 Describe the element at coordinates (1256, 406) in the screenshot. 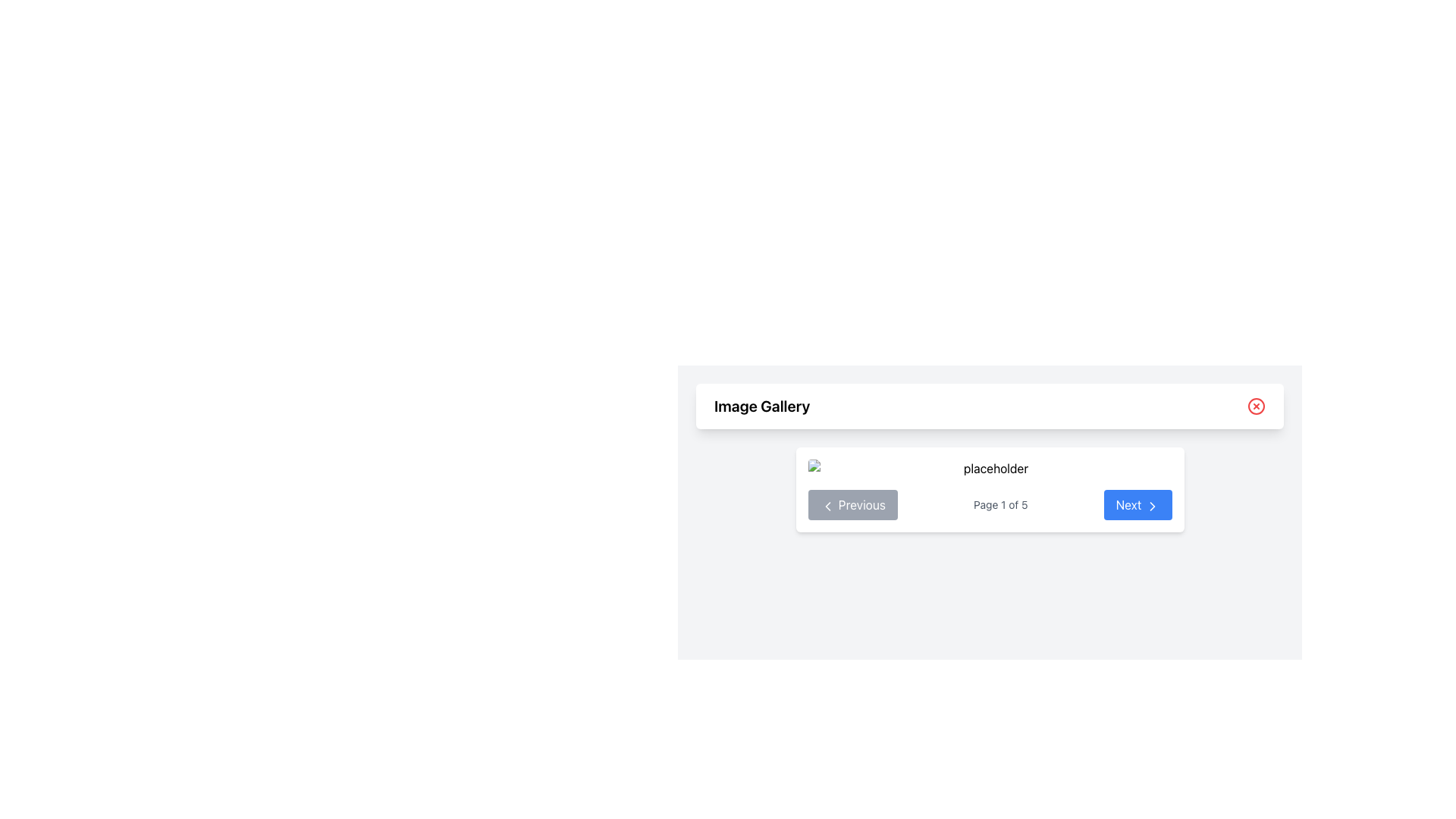

I see `the circular close button with a red stroke located at the far right of the header titled 'Image Gallery'` at that location.